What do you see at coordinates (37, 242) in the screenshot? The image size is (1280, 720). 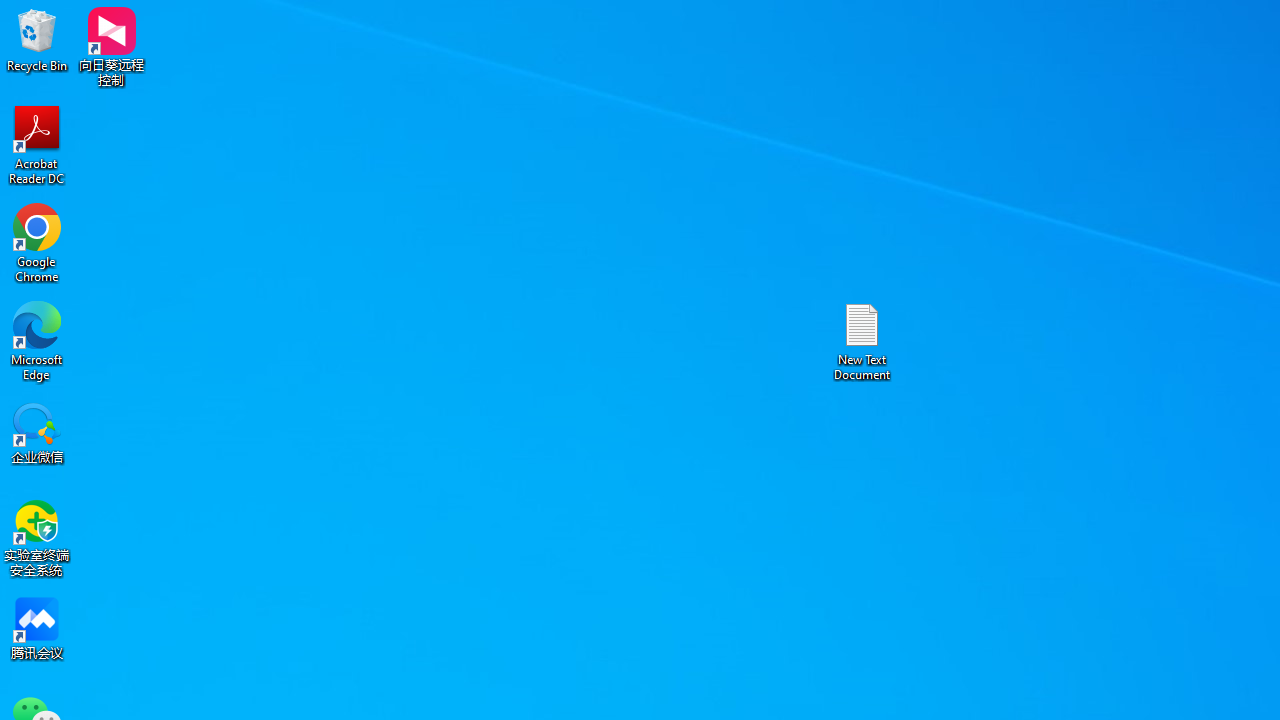 I see `'Google Chrome'` at bounding box center [37, 242].